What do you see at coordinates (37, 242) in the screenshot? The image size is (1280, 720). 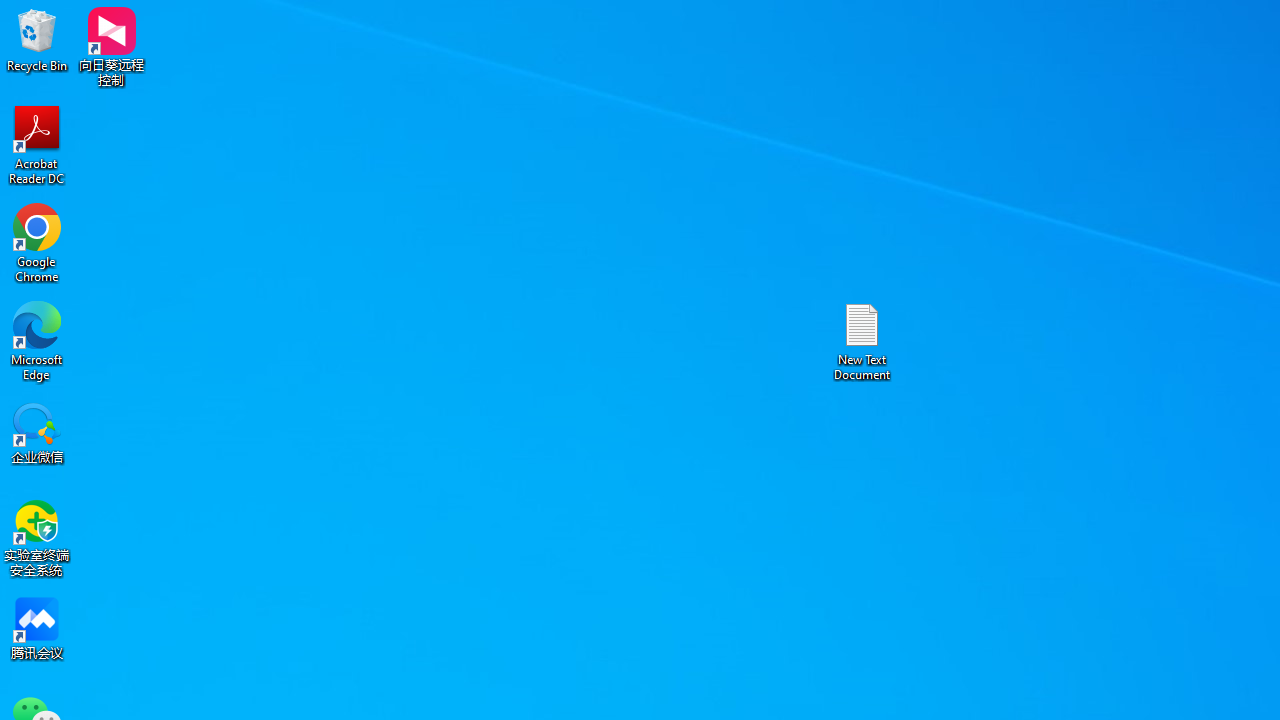 I see `'Google Chrome'` at bounding box center [37, 242].